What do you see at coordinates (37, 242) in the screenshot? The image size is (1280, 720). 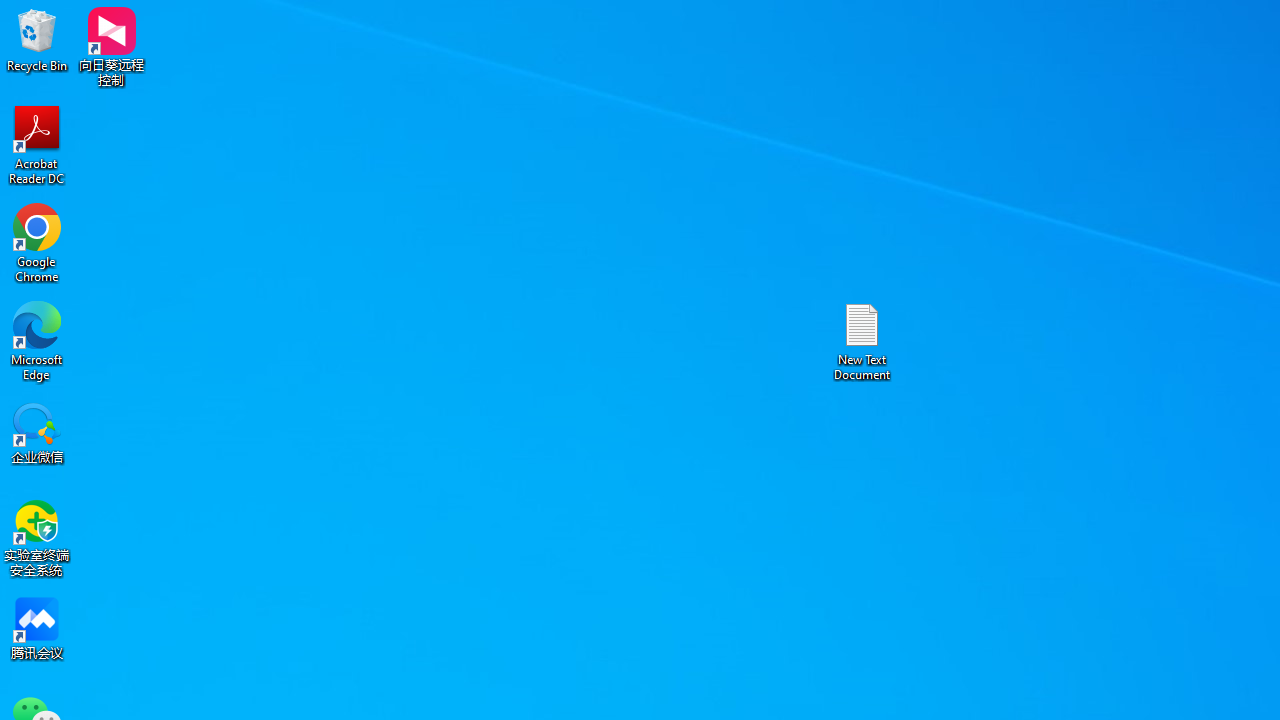 I see `'Google Chrome'` at bounding box center [37, 242].